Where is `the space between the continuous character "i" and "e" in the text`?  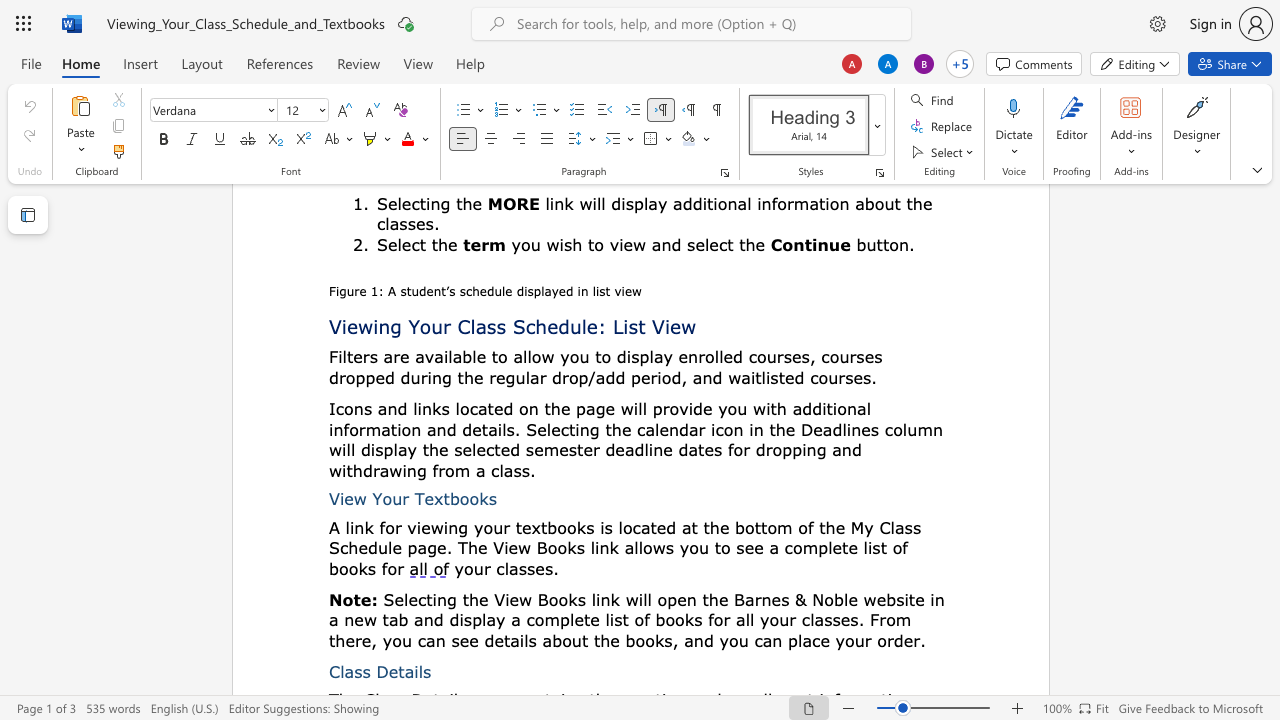 the space between the continuous character "i" and "e" in the text is located at coordinates (421, 526).